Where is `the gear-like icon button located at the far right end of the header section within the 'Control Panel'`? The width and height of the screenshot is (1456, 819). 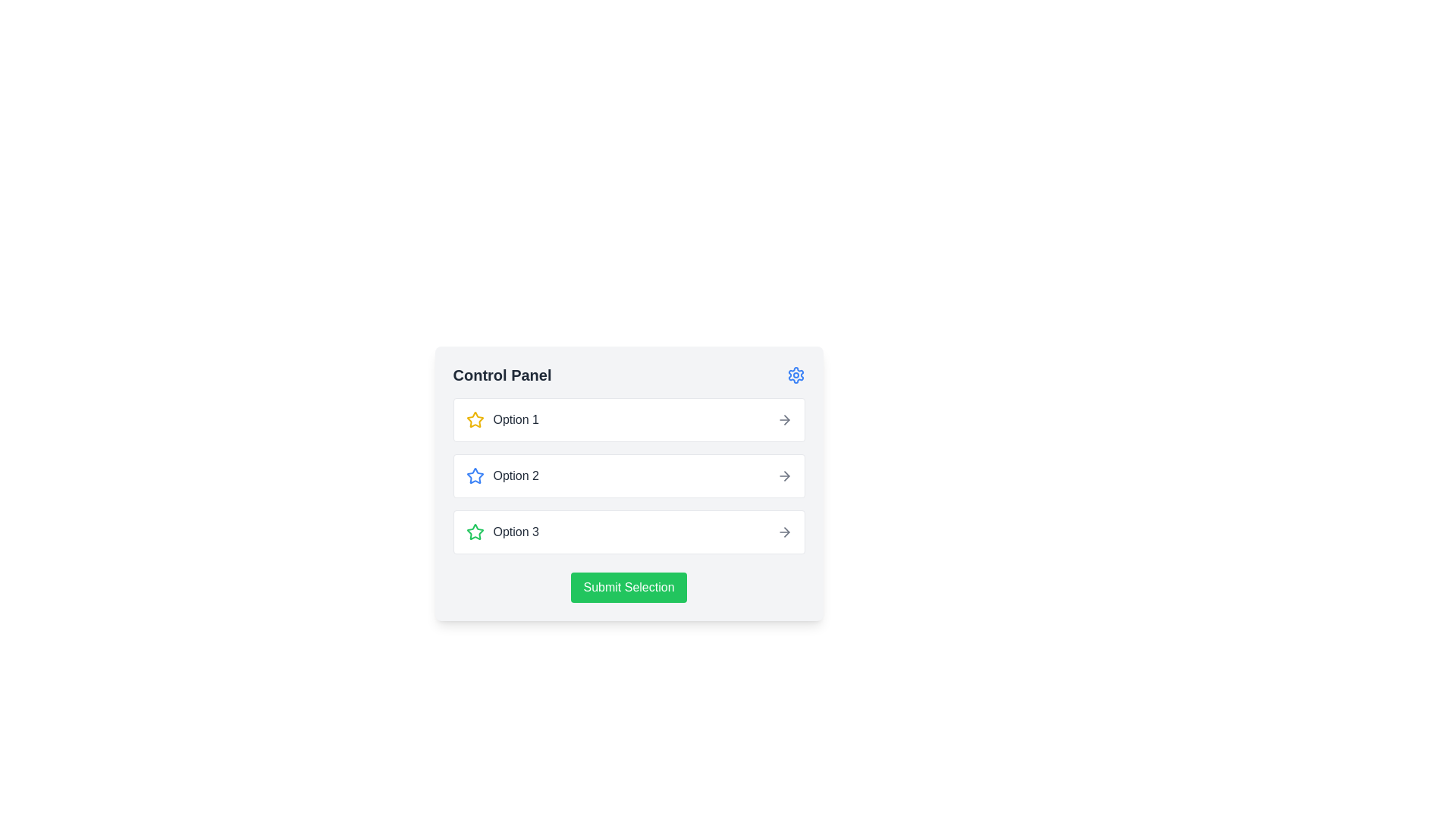
the gear-like icon button located at the far right end of the header section within the 'Control Panel' is located at coordinates (795, 375).